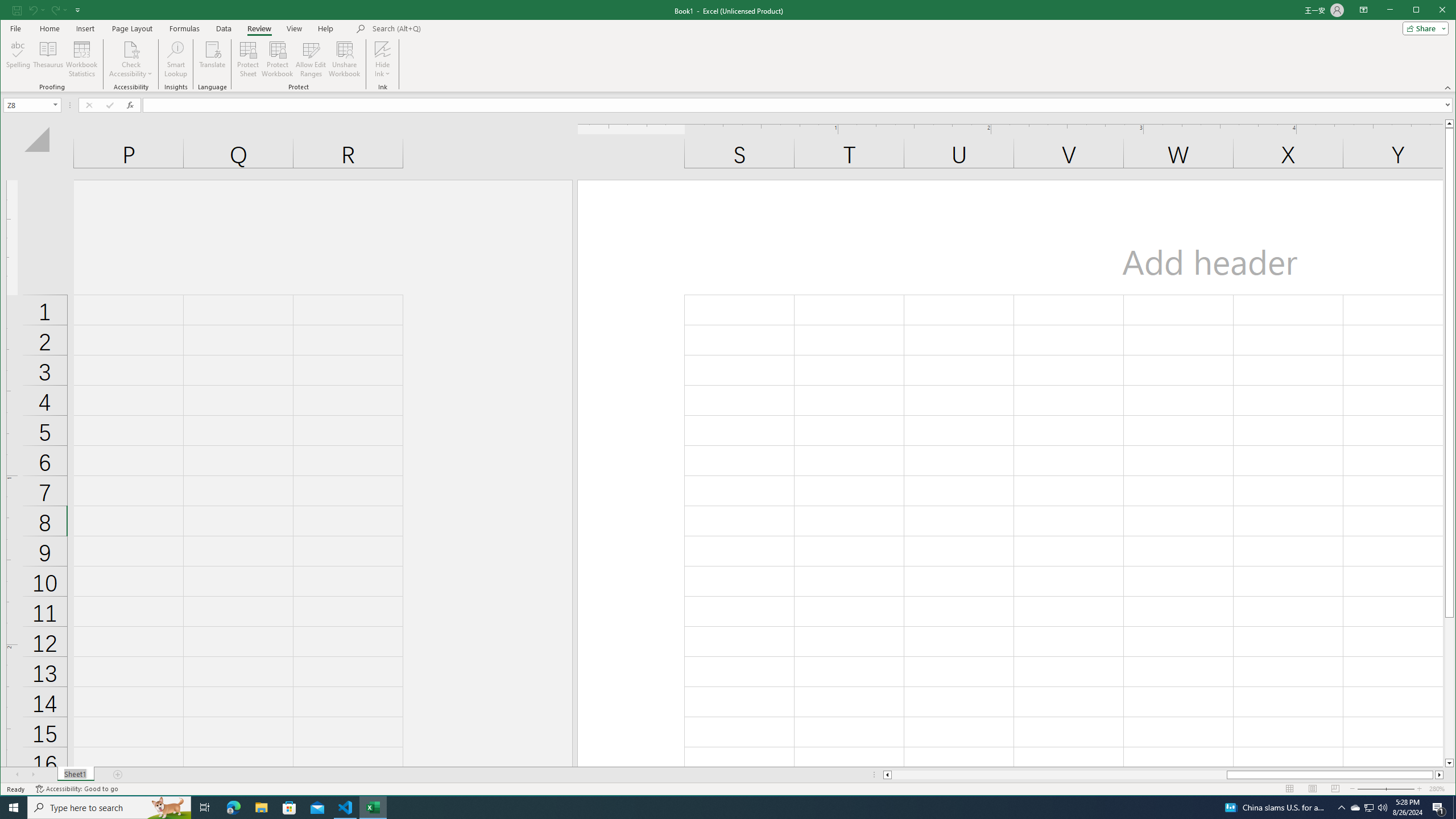 The image size is (1456, 819). Describe the element at coordinates (1368, 806) in the screenshot. I see `'User Promoted Notification Area'` at that location.